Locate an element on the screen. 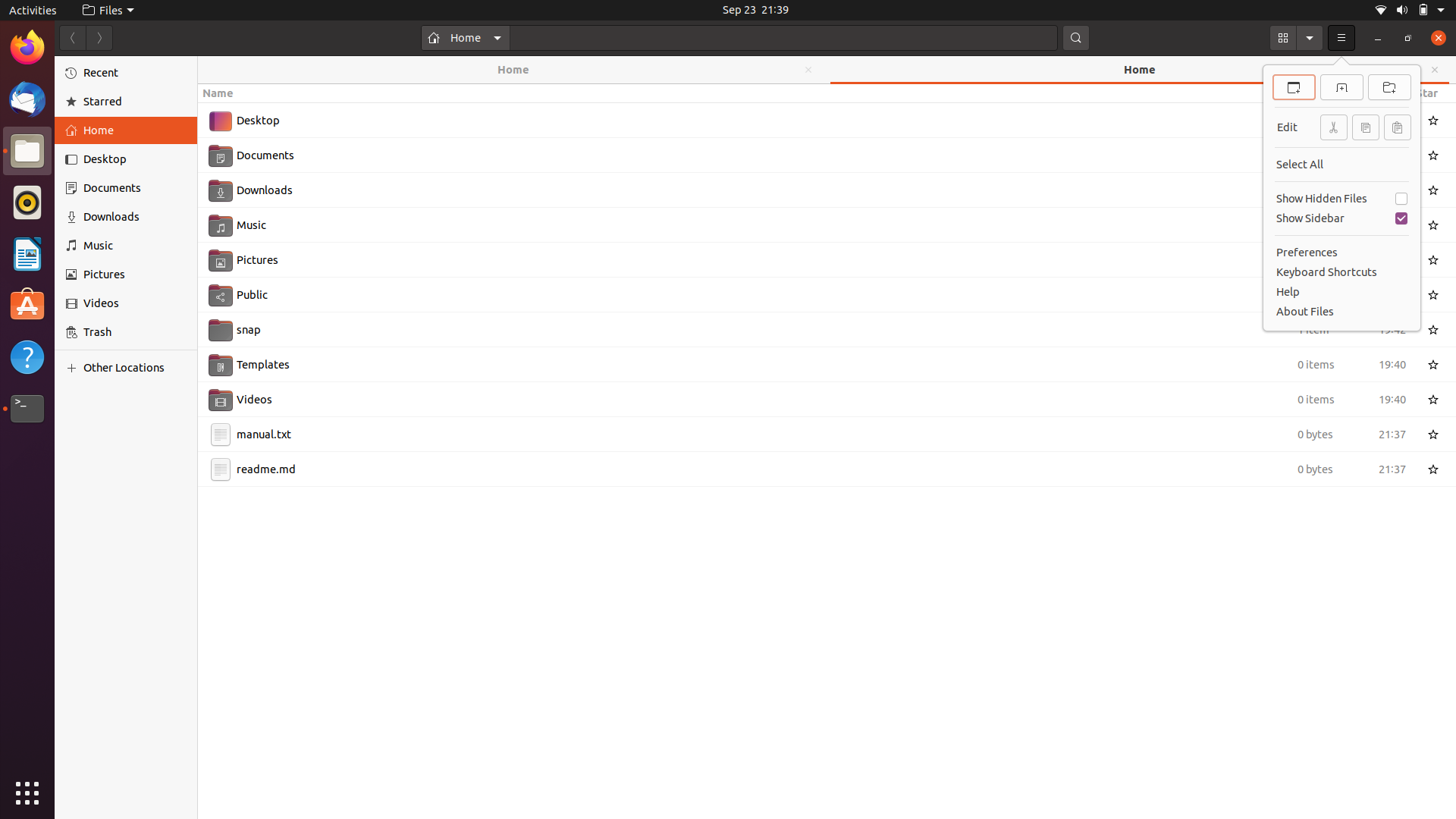 The image size is (1456, 819). the "first option in the menu using keyboard is located at coordinates (1341, 37).